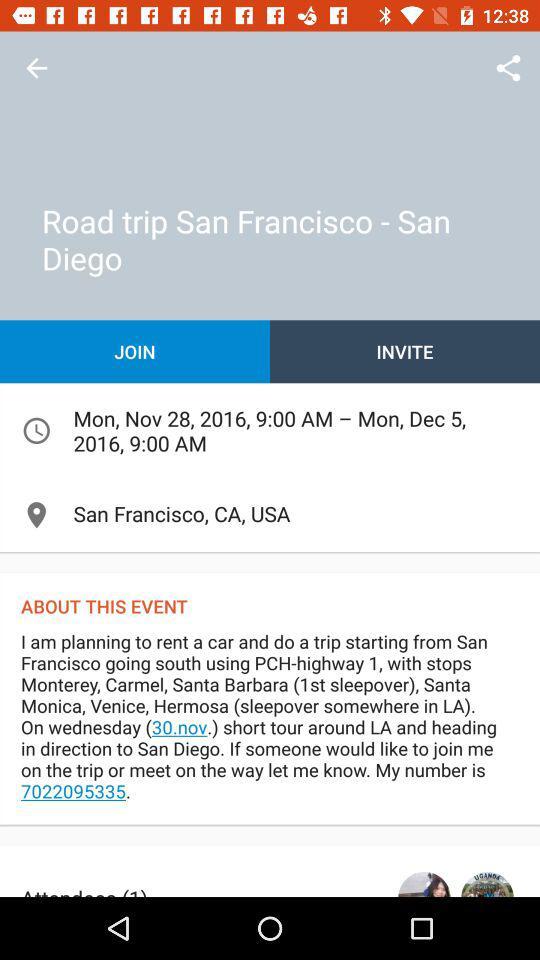 The image size is (540, 960). Describe the element at coordinates (508, 68) in the screenshot. I see `item at the top right corner` at that location.